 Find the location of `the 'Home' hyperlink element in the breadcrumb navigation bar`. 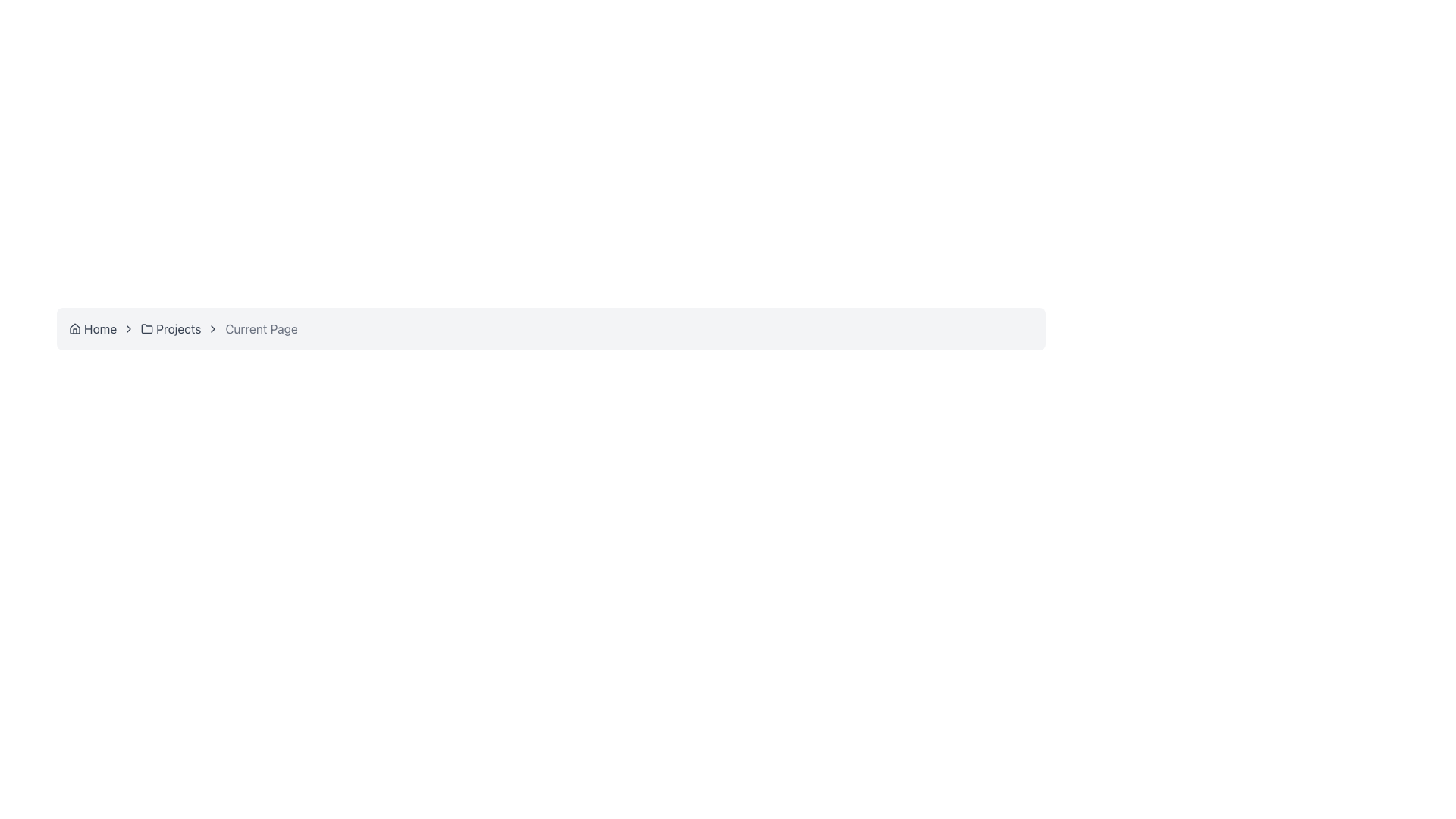

the 'Home' hyperlink element in the breadcrumb navigation bar is located at coordinates (92, 328).